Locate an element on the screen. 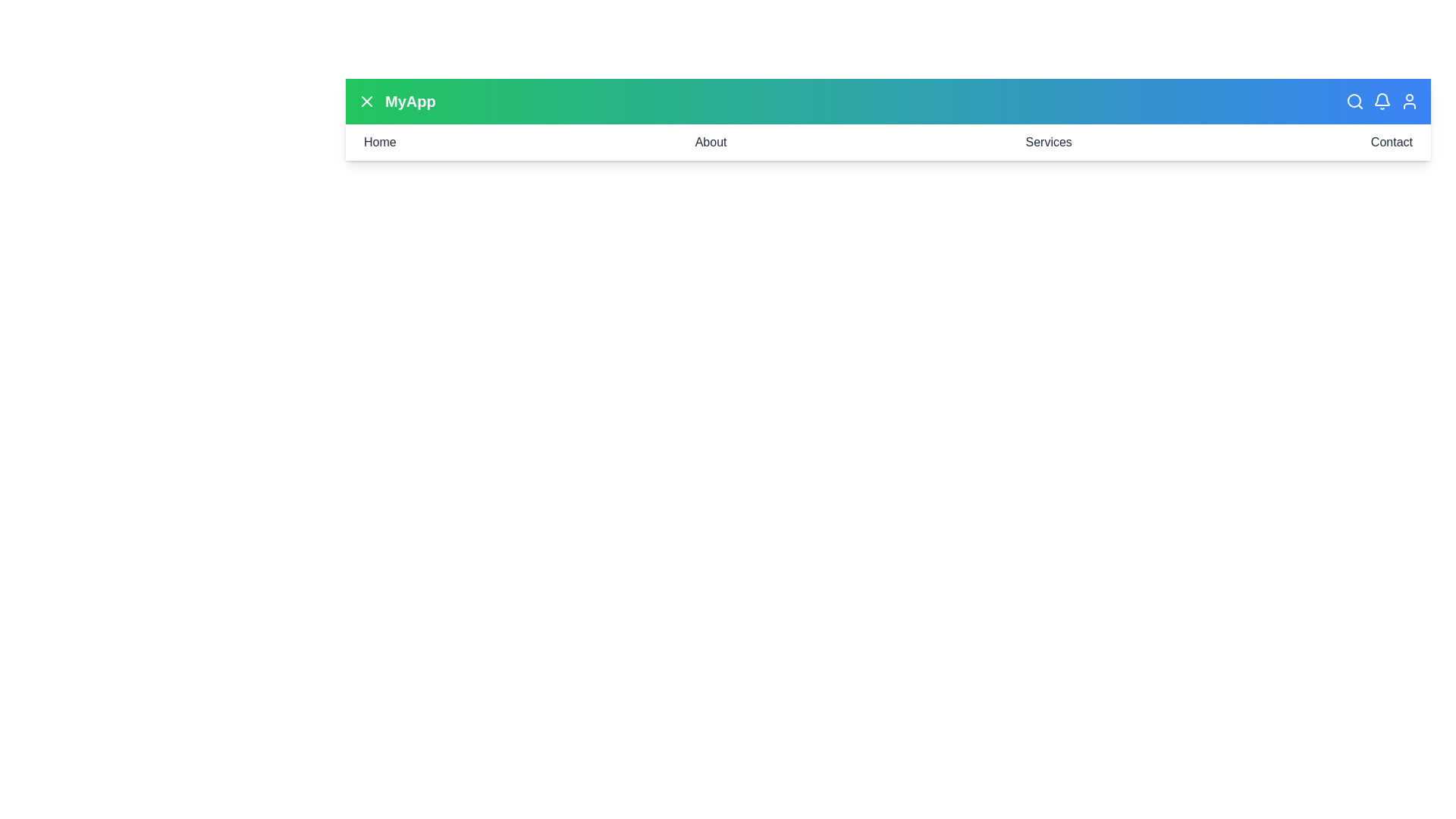 The image size is (1456, 819). the menu item Contact to navigate to the corresponding section is located at coordinates (1391, 143).